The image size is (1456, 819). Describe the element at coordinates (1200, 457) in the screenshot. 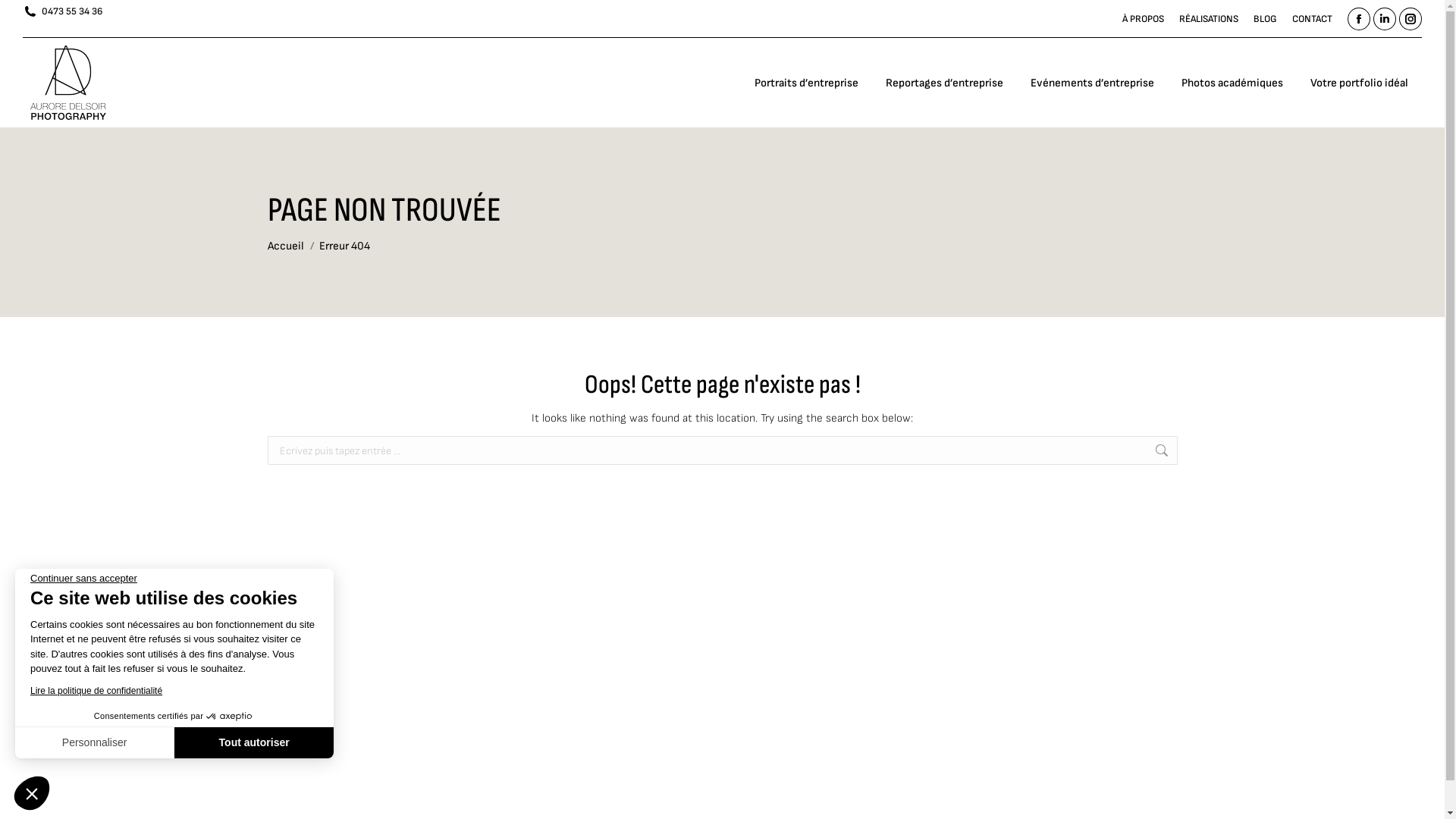

I see `'Go!'` at that location.